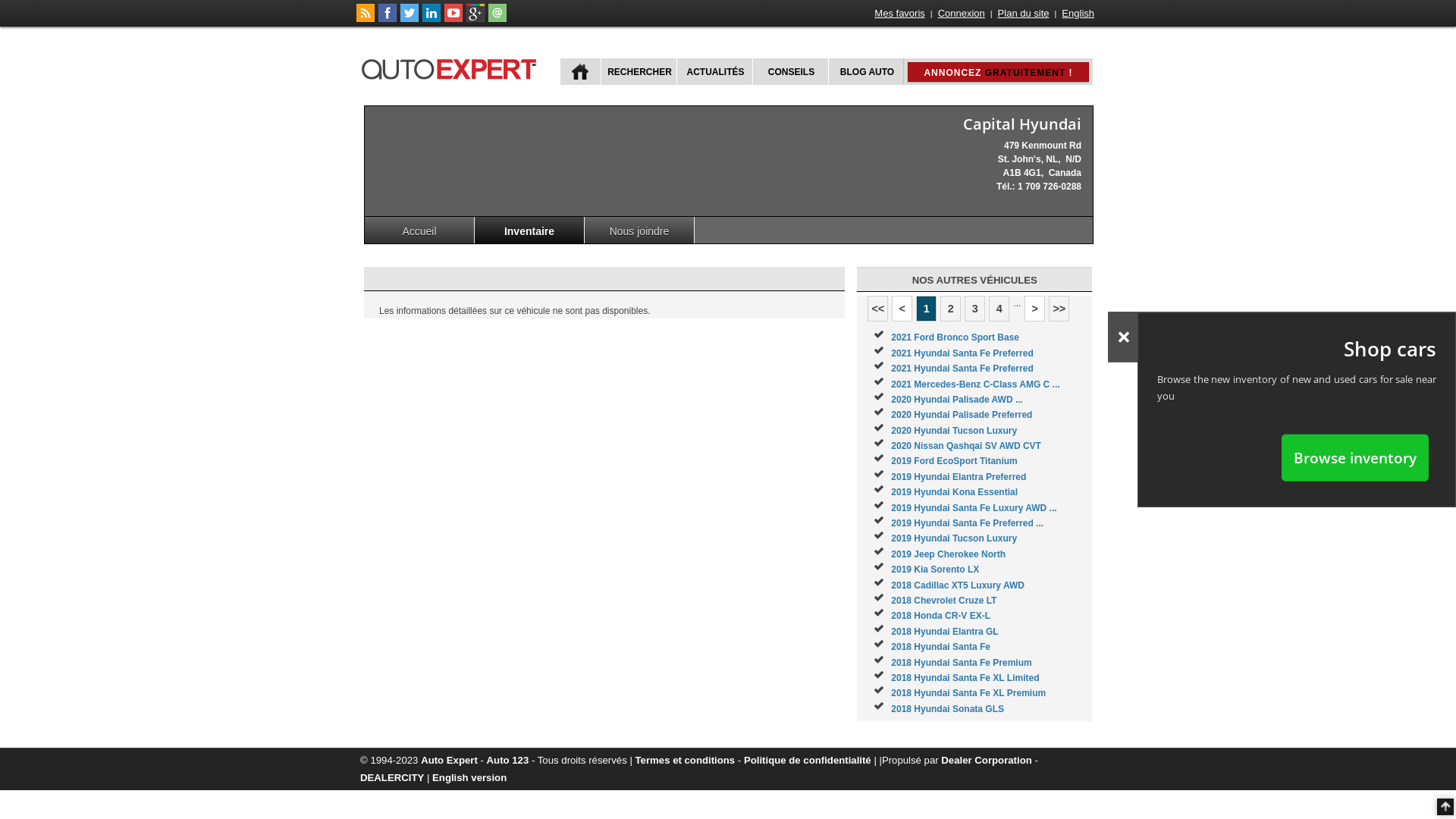 Image resolution: width=1456 pixels, height=819 pixels. I want to click on 'DEALERCITY', so click(392, 777).